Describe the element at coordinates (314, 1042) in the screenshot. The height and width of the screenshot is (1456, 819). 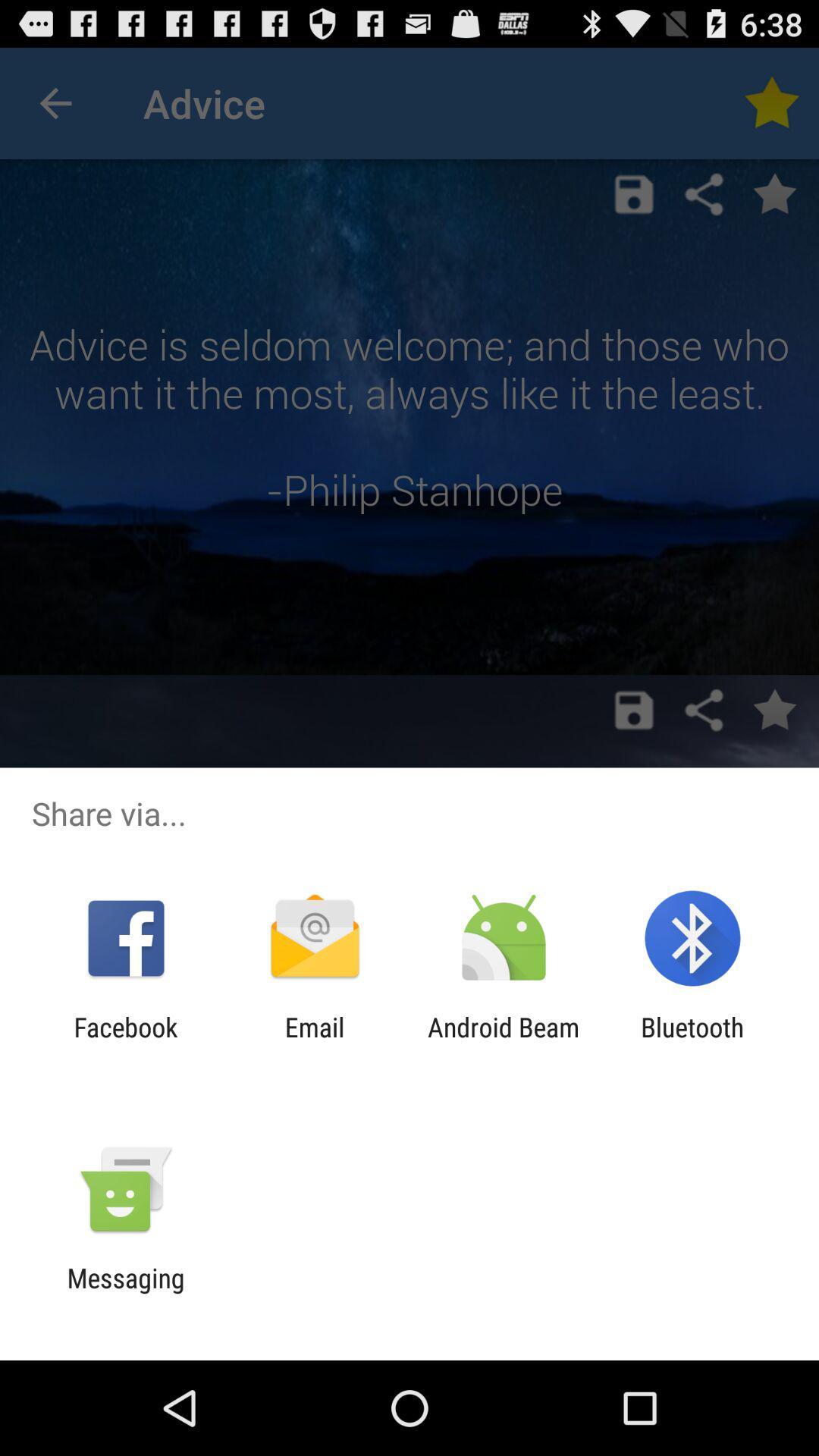
I see `the app to the left of android beam item` at that location.